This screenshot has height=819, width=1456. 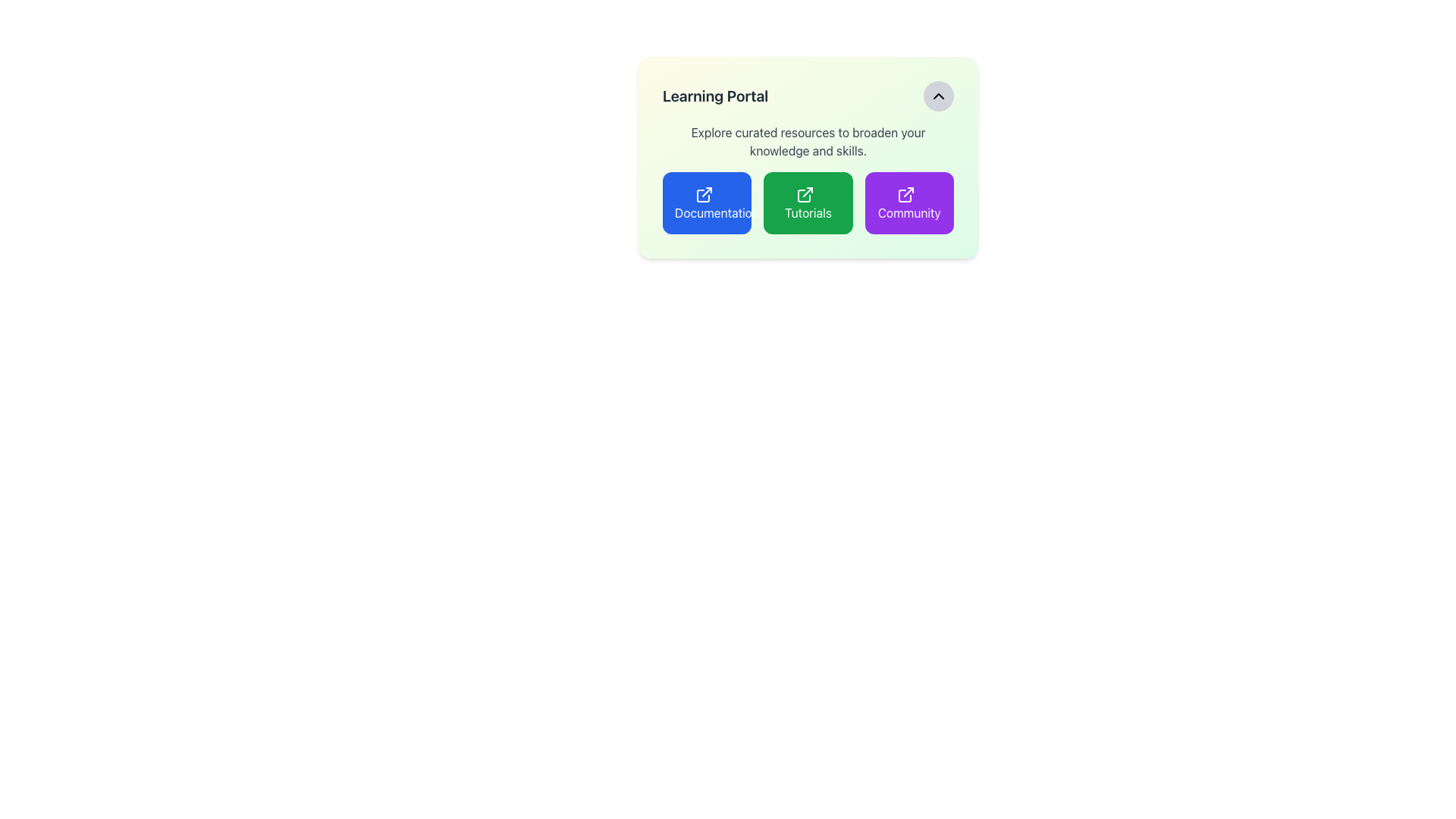 What do you see at coordinates (706, 202) in the screenshot?
I see `the first button in the 'Learning Portal' labeled as a hyperlink to observe a color change` at bounding box center [706, 202].